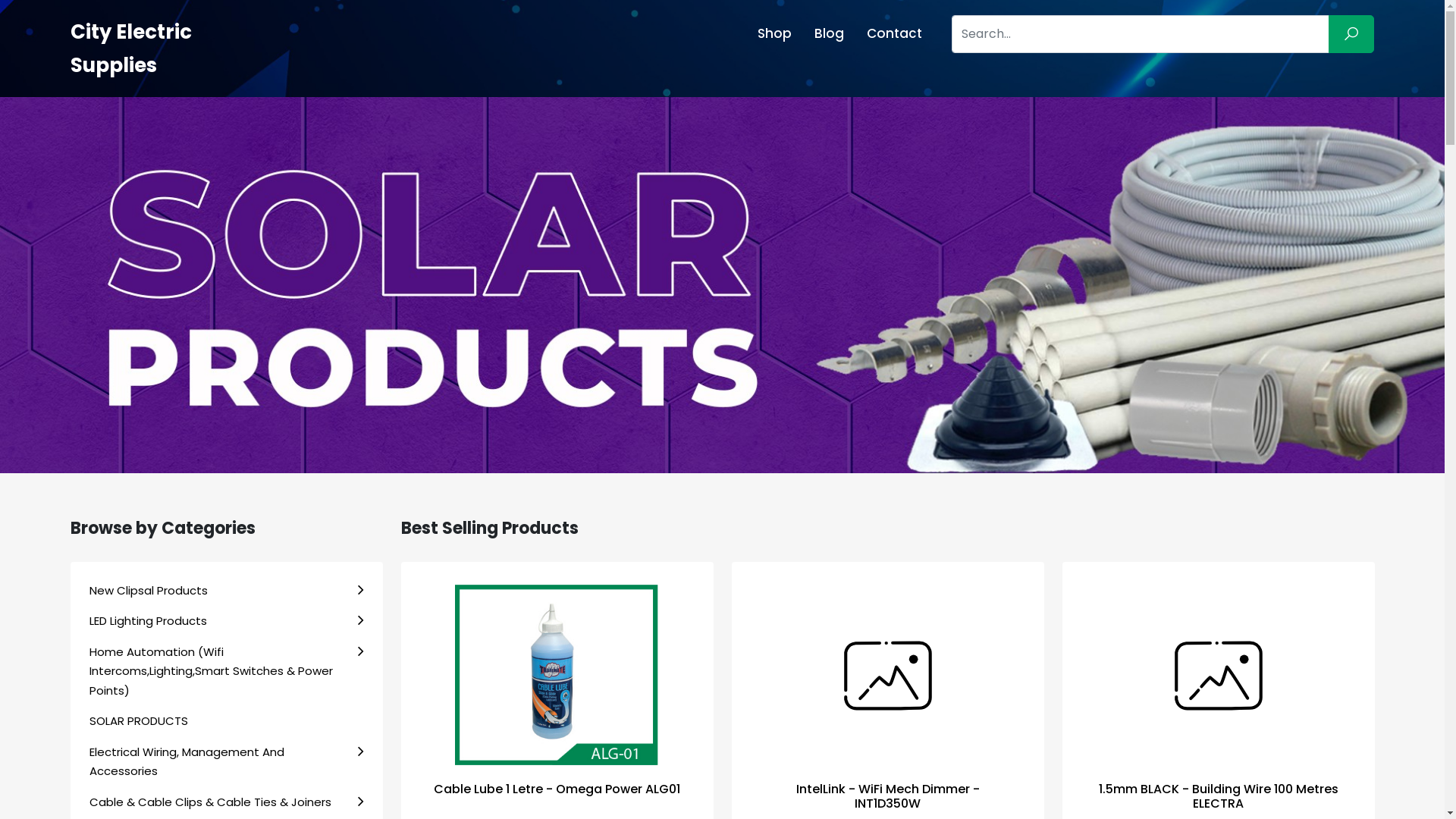 The height and width of the screenshot is (819, 1456). Describe the element at coordinates (225, 801) in the screenshot. I see `'Cable & Cable Clips & Cable Ties & Joiners'` at that location.